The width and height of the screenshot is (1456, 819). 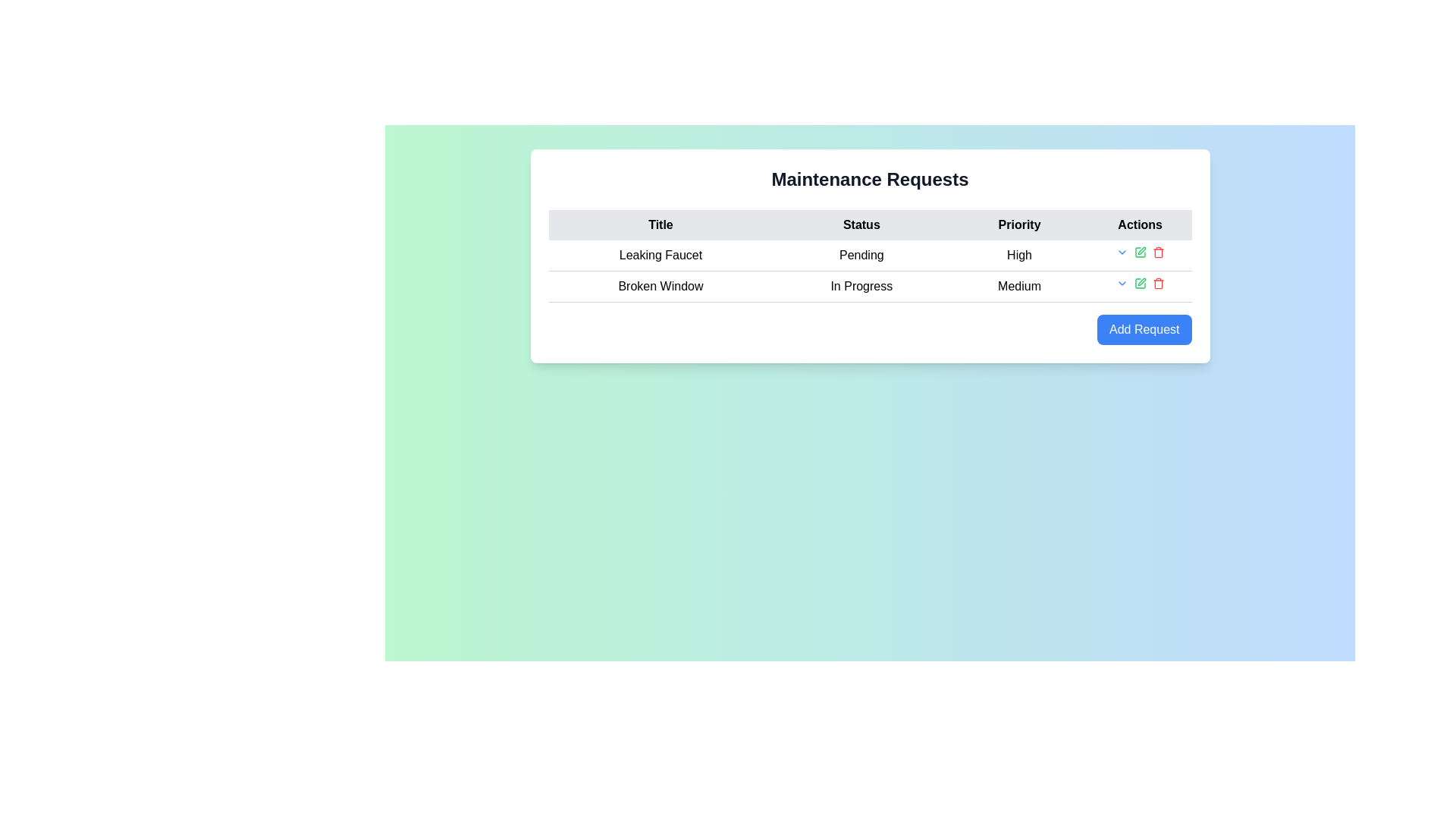 What do you see at coordinates (1140, 284) in the screenshot?
I see `the edit icon for the 'Broken Window' maintenance request located in the 'Actions' column of the second row in the table to initiate editing` at bounding box center [1140, 284].